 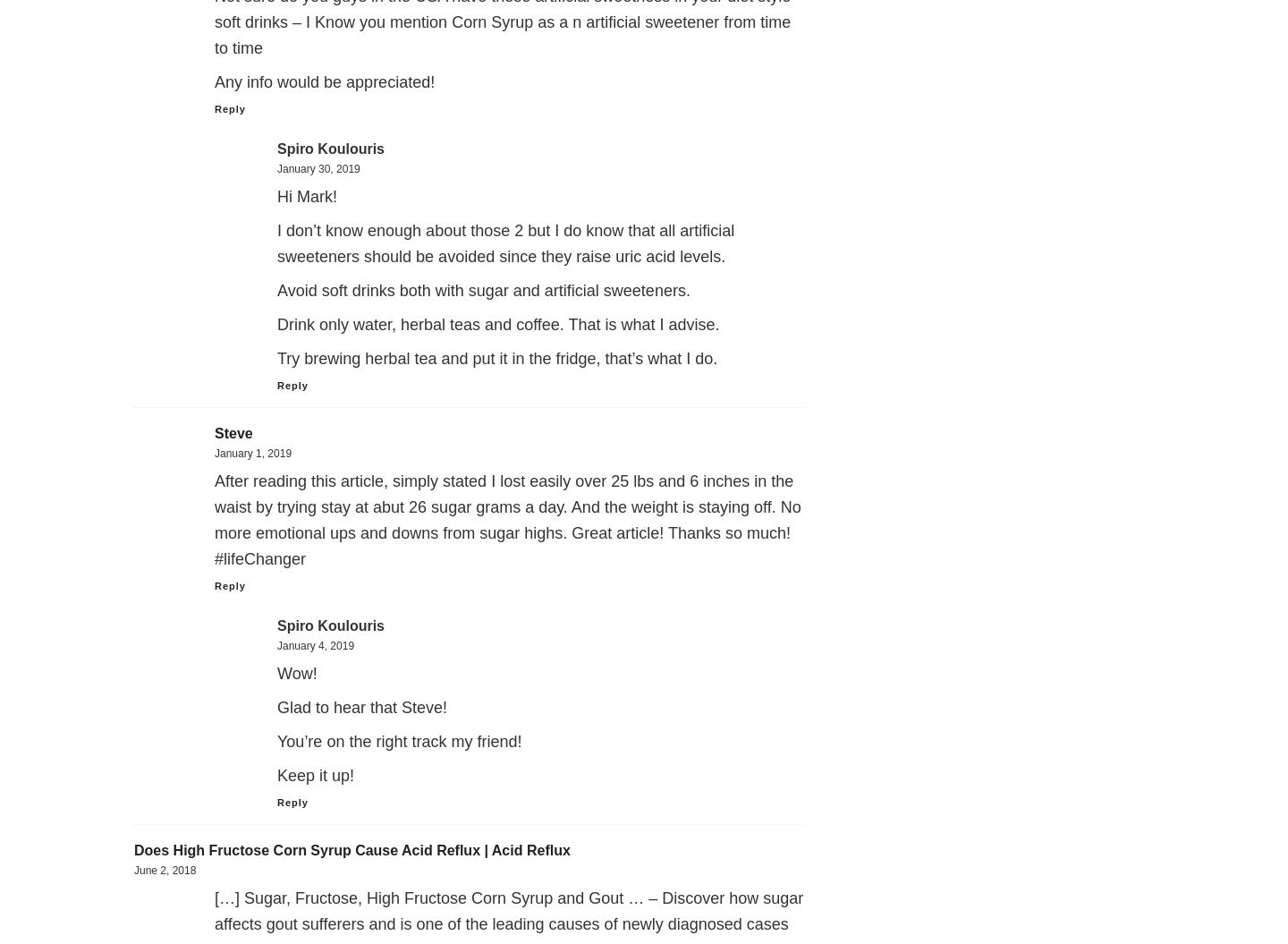 What do you see at coordinates (399, 742) in the screenshot?
I see `'You’re on the right track my friend!'` at bounding box center [399, 742].